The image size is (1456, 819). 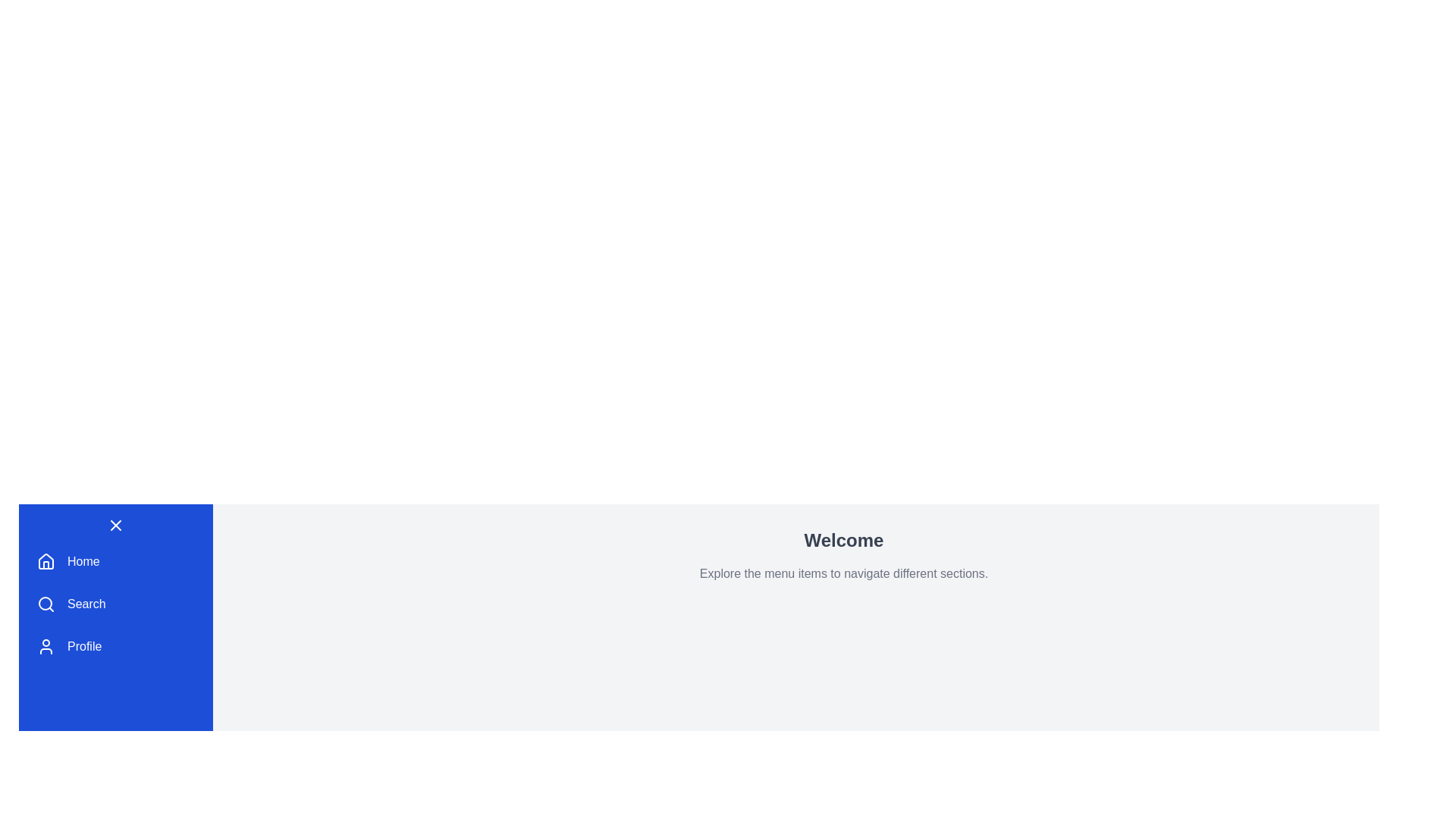 I want to click on the menu item Home from the DashboardMenu, so click(x=115, y=561).